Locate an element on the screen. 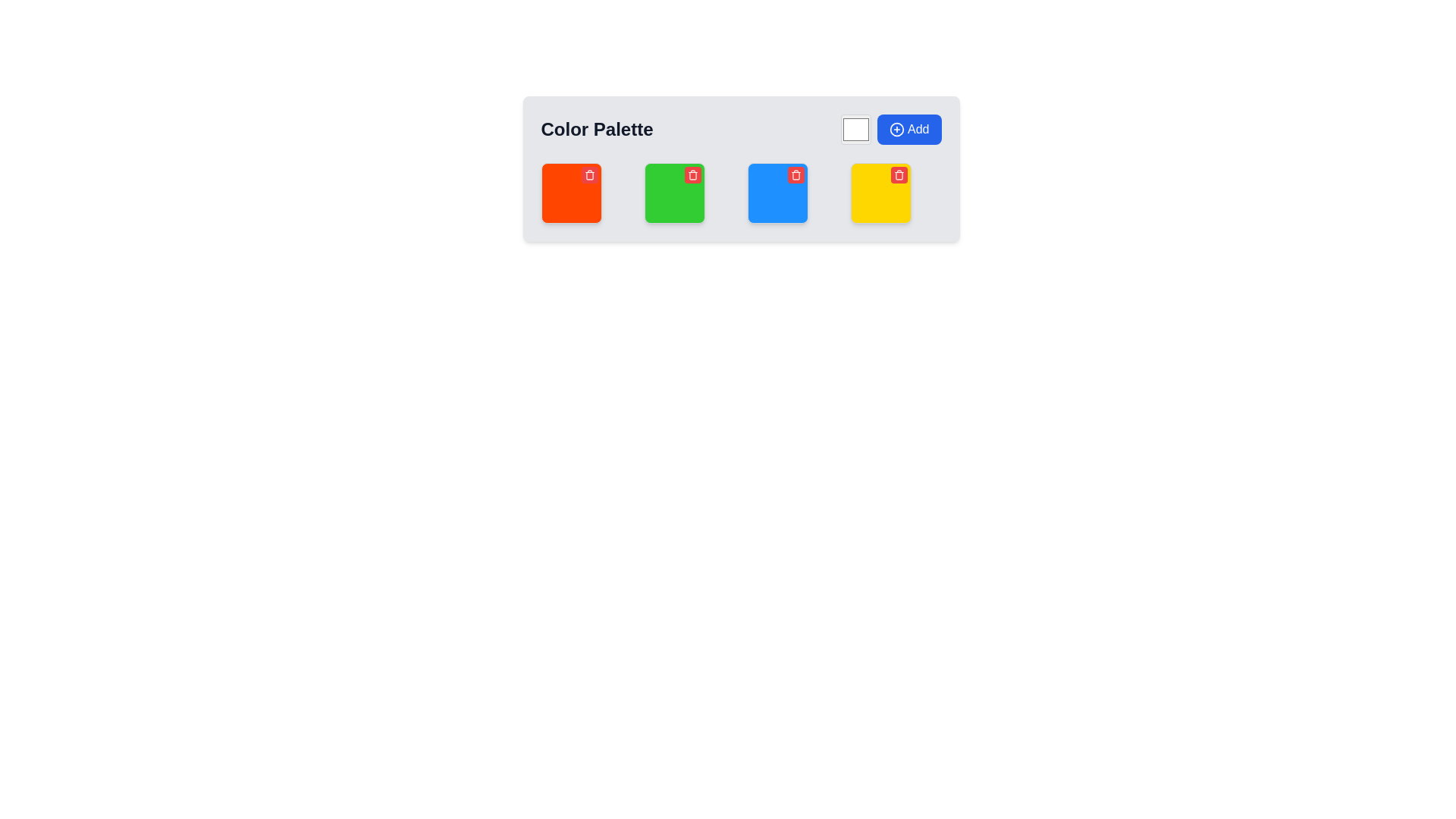 The image size is (1456, 819). the trash can icon button with a red background located at the top-right corner of the yellow square block is located at coordinates (899, 174).